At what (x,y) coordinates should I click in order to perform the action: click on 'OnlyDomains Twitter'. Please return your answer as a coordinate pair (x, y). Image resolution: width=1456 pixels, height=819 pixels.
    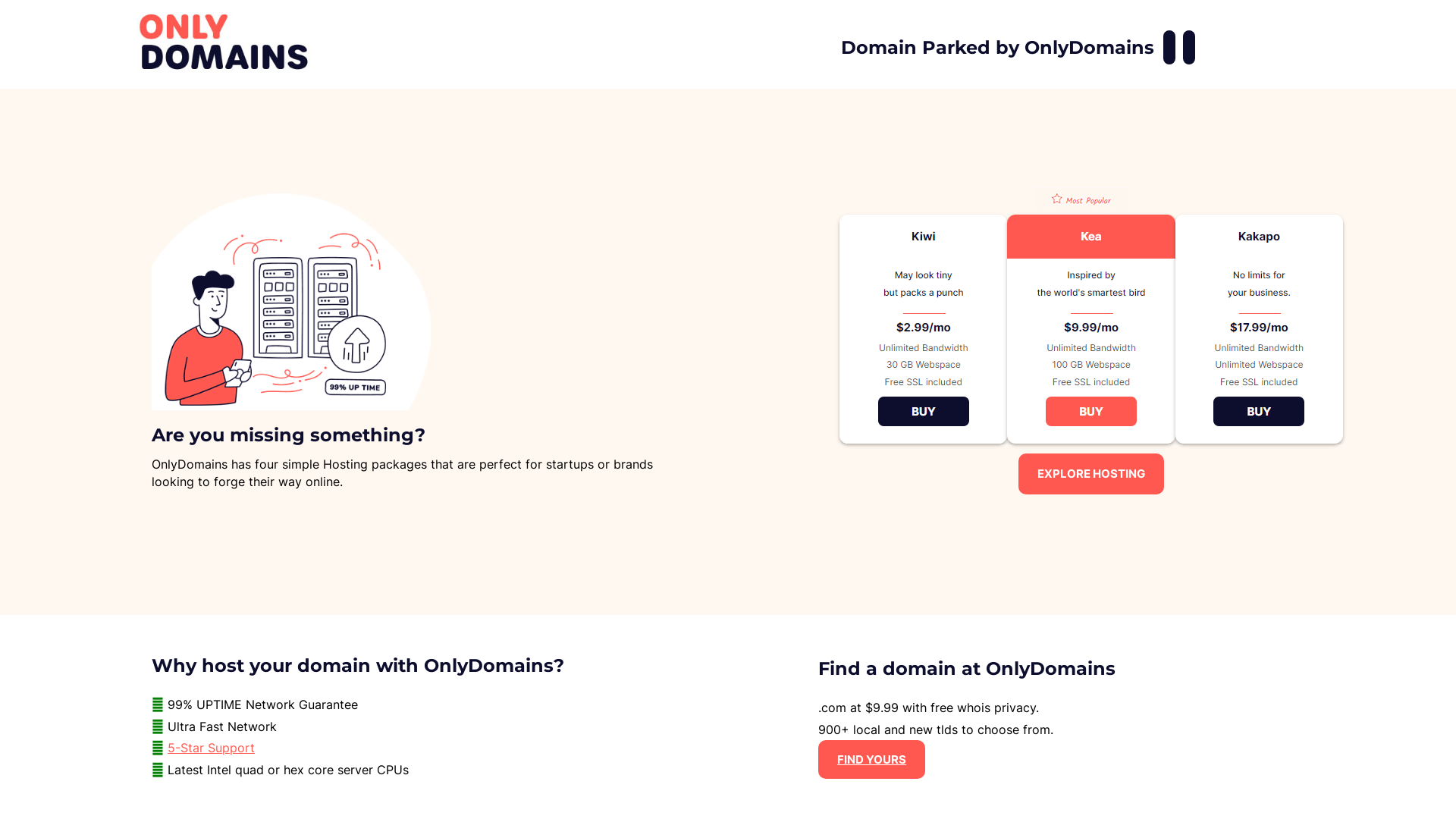
    Looking at the image, I should click on (1188, 46).